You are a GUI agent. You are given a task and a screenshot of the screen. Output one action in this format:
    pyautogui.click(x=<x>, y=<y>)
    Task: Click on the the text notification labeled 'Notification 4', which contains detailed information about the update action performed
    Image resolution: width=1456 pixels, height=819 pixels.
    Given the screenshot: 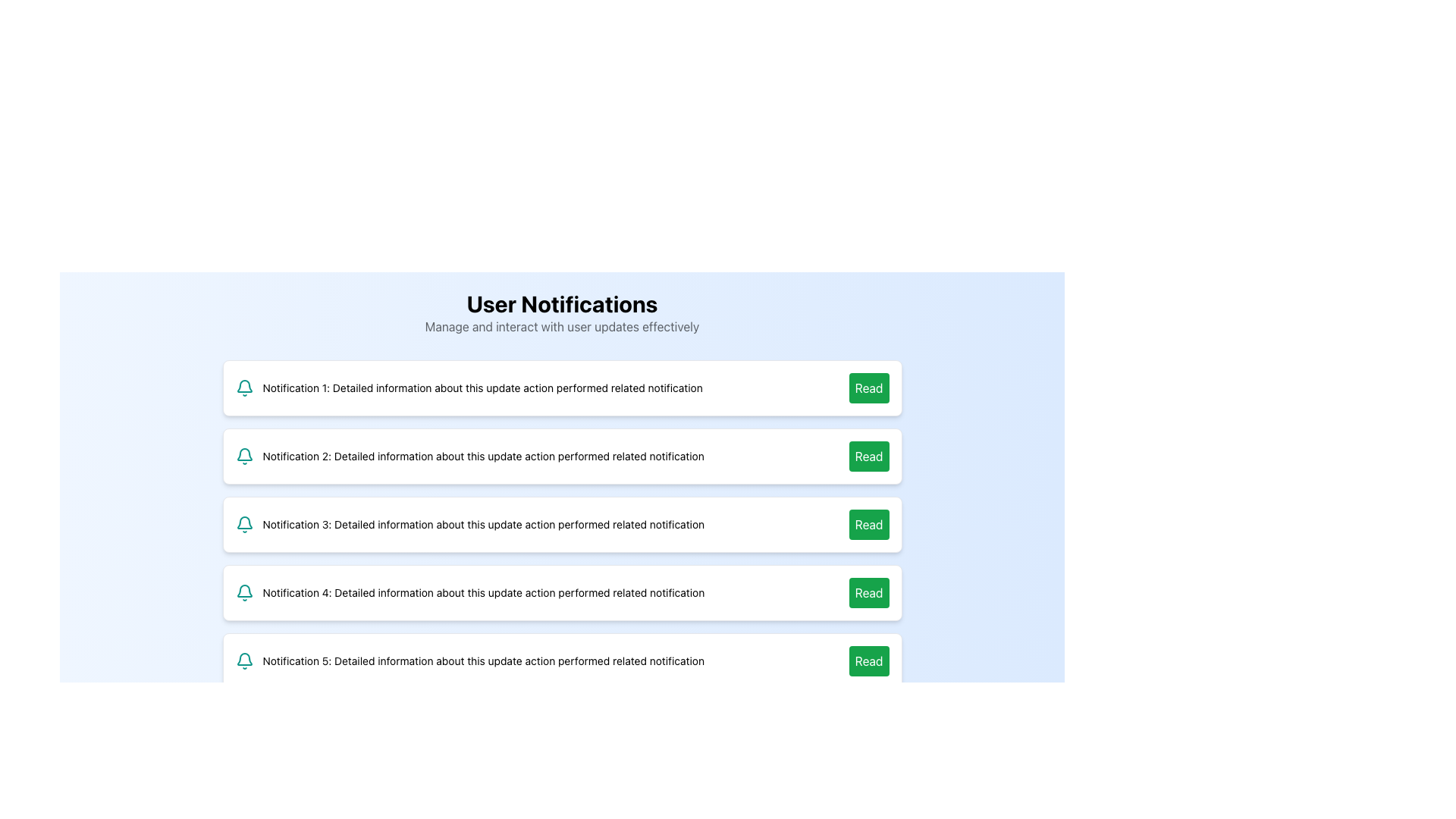 What is the action you would take?
    pyautogui.click(x=482, y=592)
    